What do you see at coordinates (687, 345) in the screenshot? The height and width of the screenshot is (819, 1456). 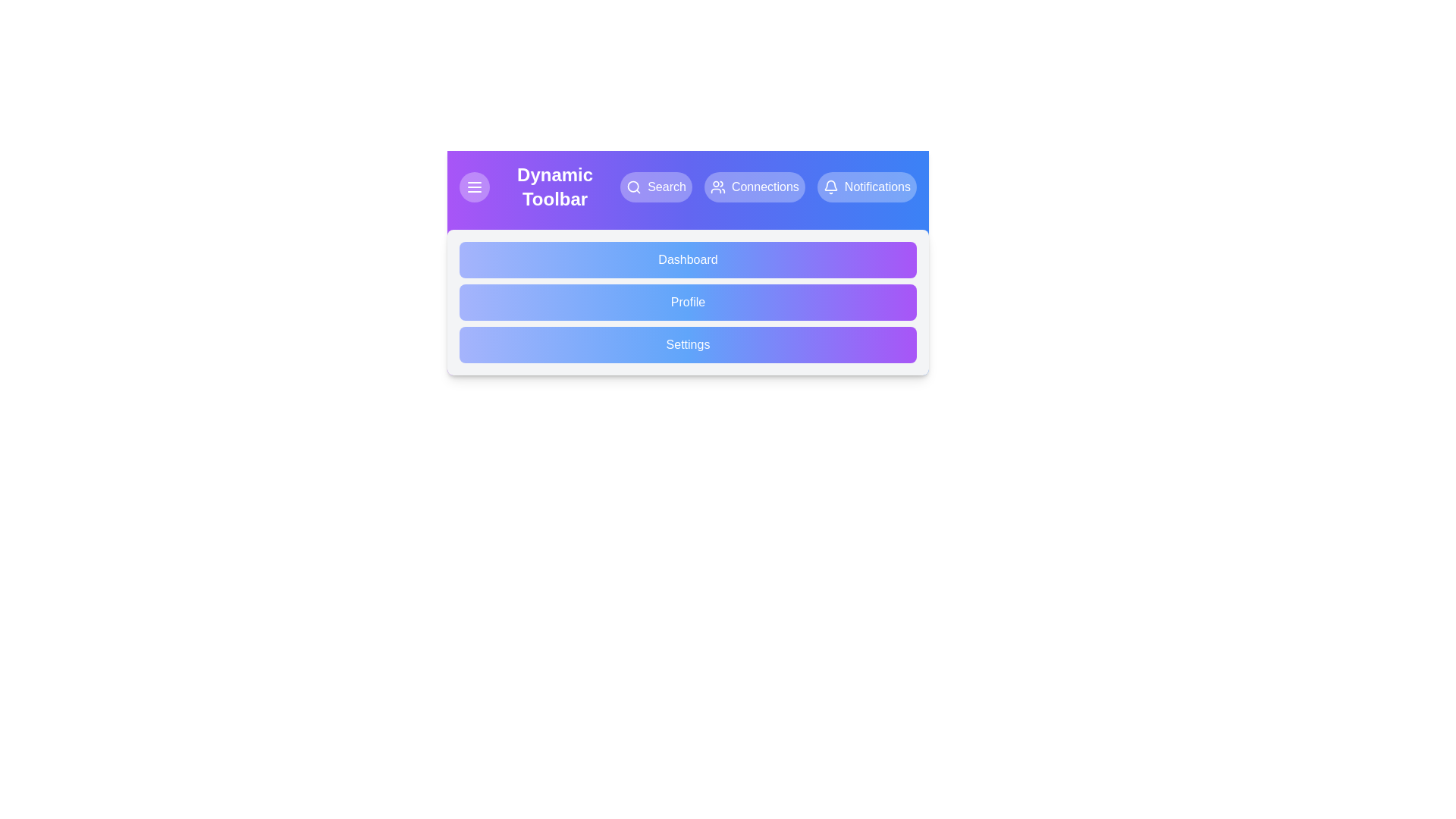 I see `the 'Settings' option in the menu` at bounding box center [687, 345].